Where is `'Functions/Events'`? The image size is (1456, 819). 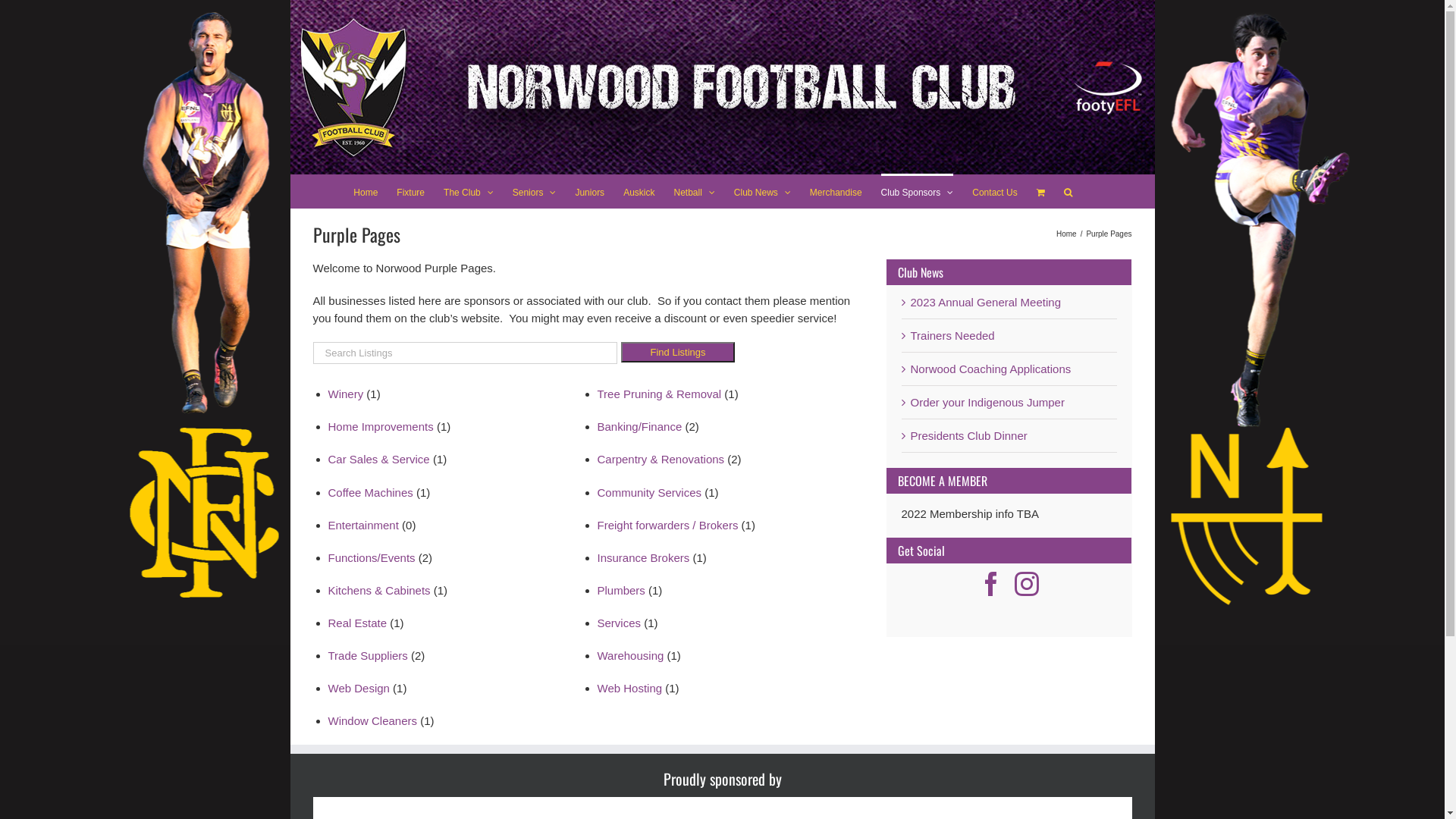
'Functions/Events' is located at coordinates (327, 557).